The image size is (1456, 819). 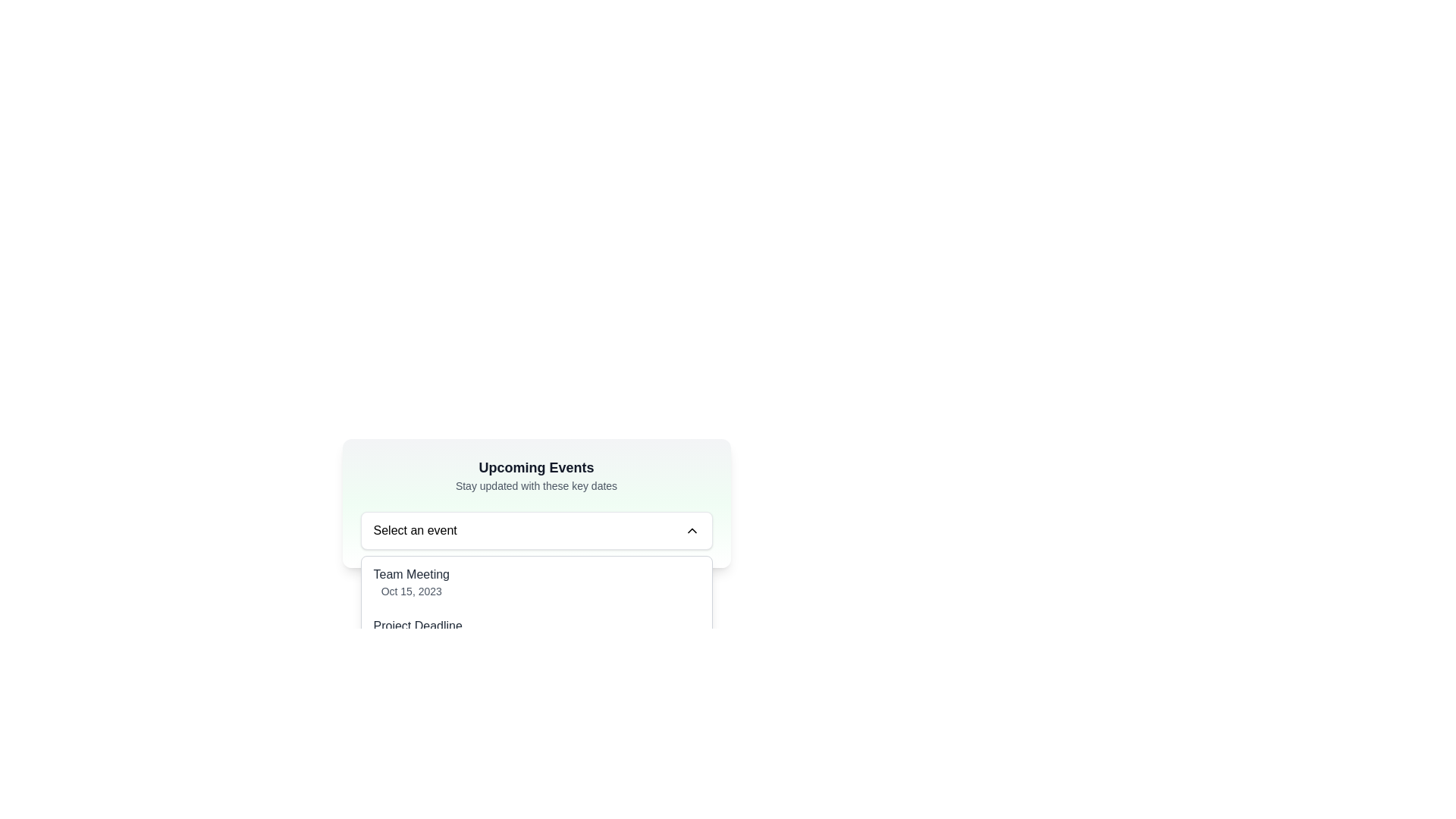 I want to click on the text element labeled 'Project Deadline' with the date 'Oct 20, 2023', which is the second item in the dropdown menu under 'Upcoming Events', so click(x=418, y=634).